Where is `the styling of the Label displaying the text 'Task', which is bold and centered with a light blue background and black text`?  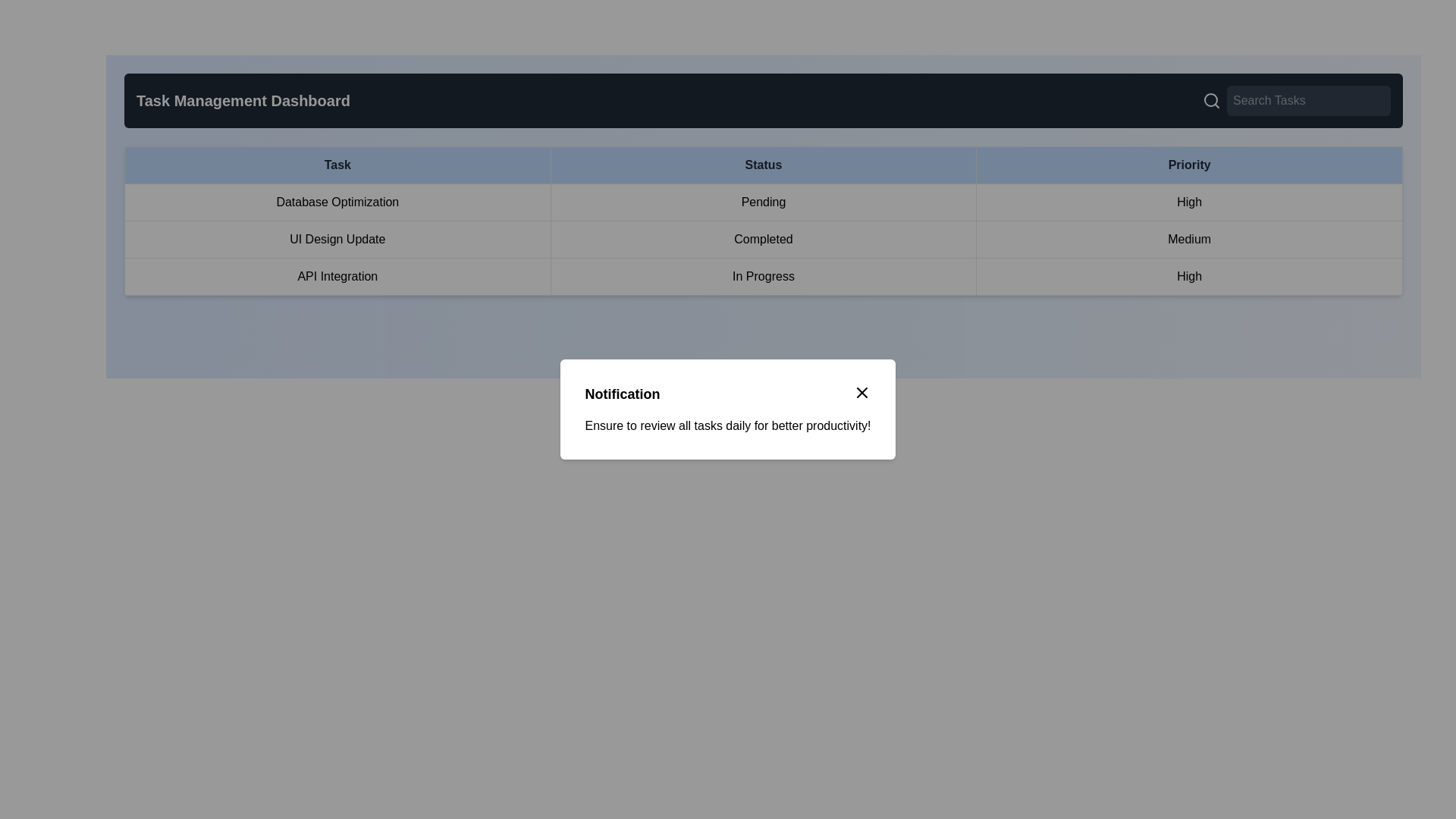 the styling of the Label displaying the text 'Task', which is bold and centered with a light blue background and black text is located at coordinates (337, 165).